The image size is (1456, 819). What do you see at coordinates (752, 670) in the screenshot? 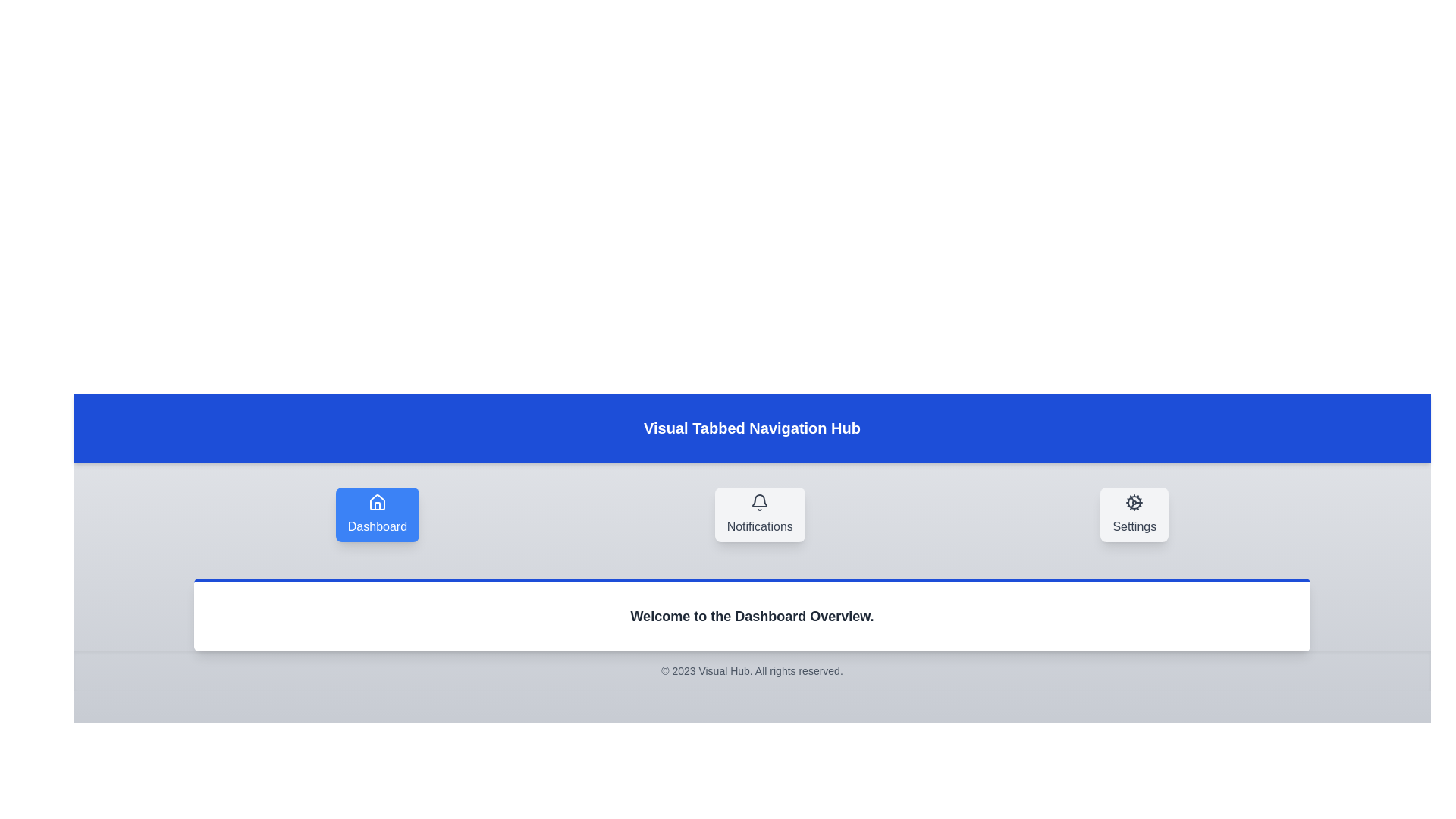
I see `the footer text label that contains the copyright notice '© 2023 Visual Hub. All rights reserved.'` at bounding box center [752, 670].